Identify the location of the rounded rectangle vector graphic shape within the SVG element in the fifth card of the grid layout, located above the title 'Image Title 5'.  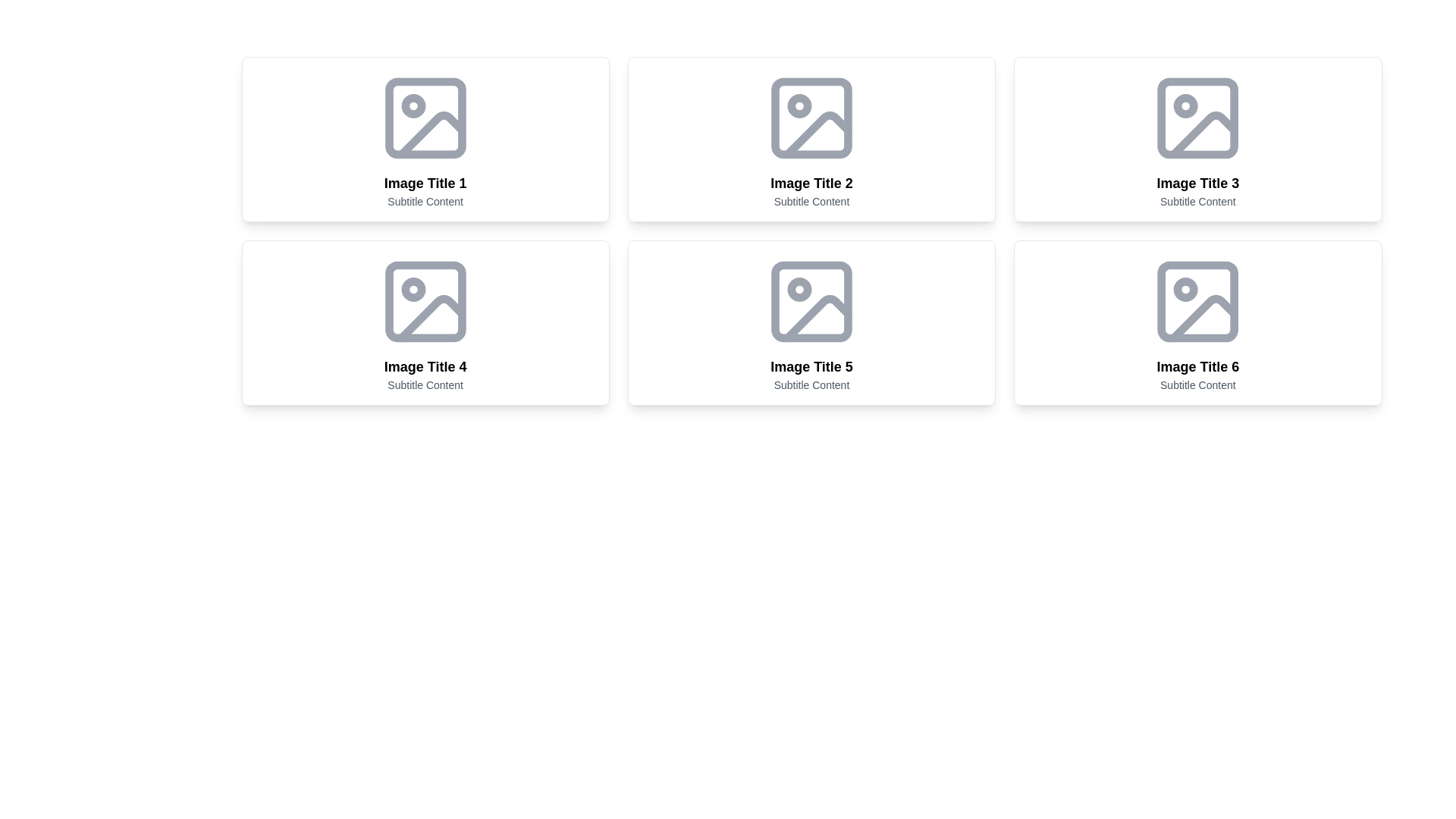
(811, 301).